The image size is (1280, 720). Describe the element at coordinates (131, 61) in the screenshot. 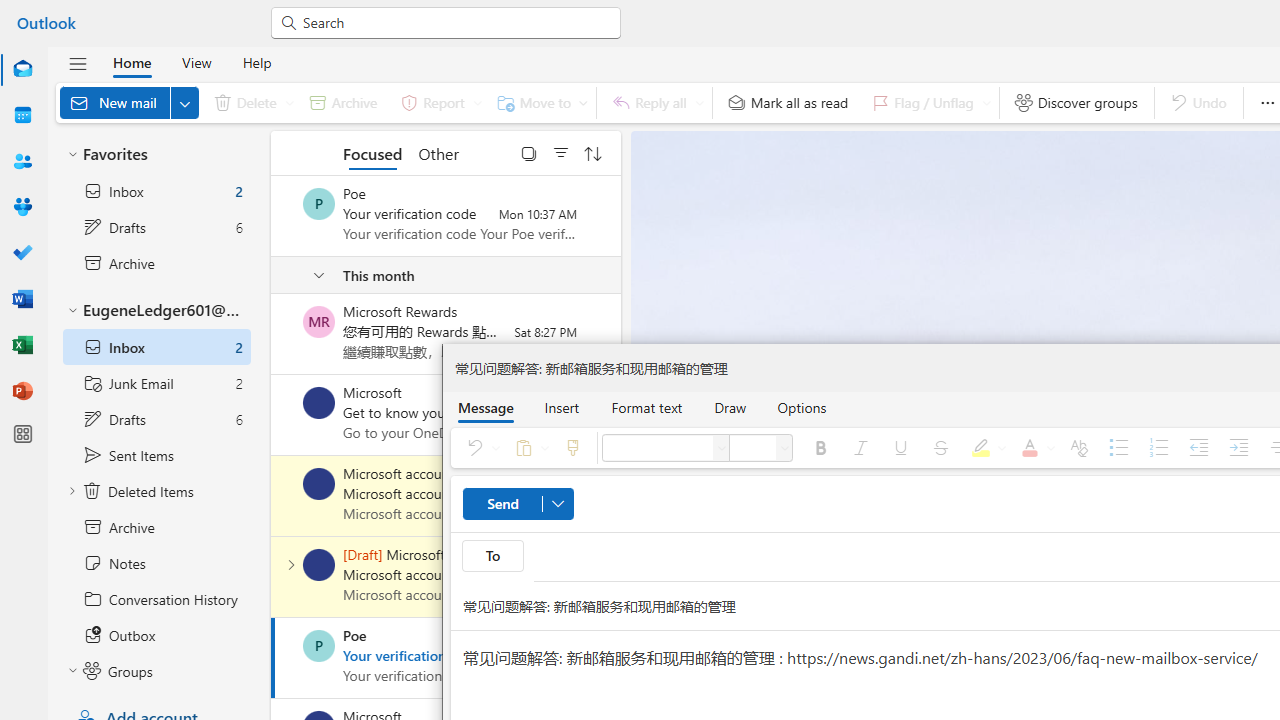

I see `'Home'` at that location.